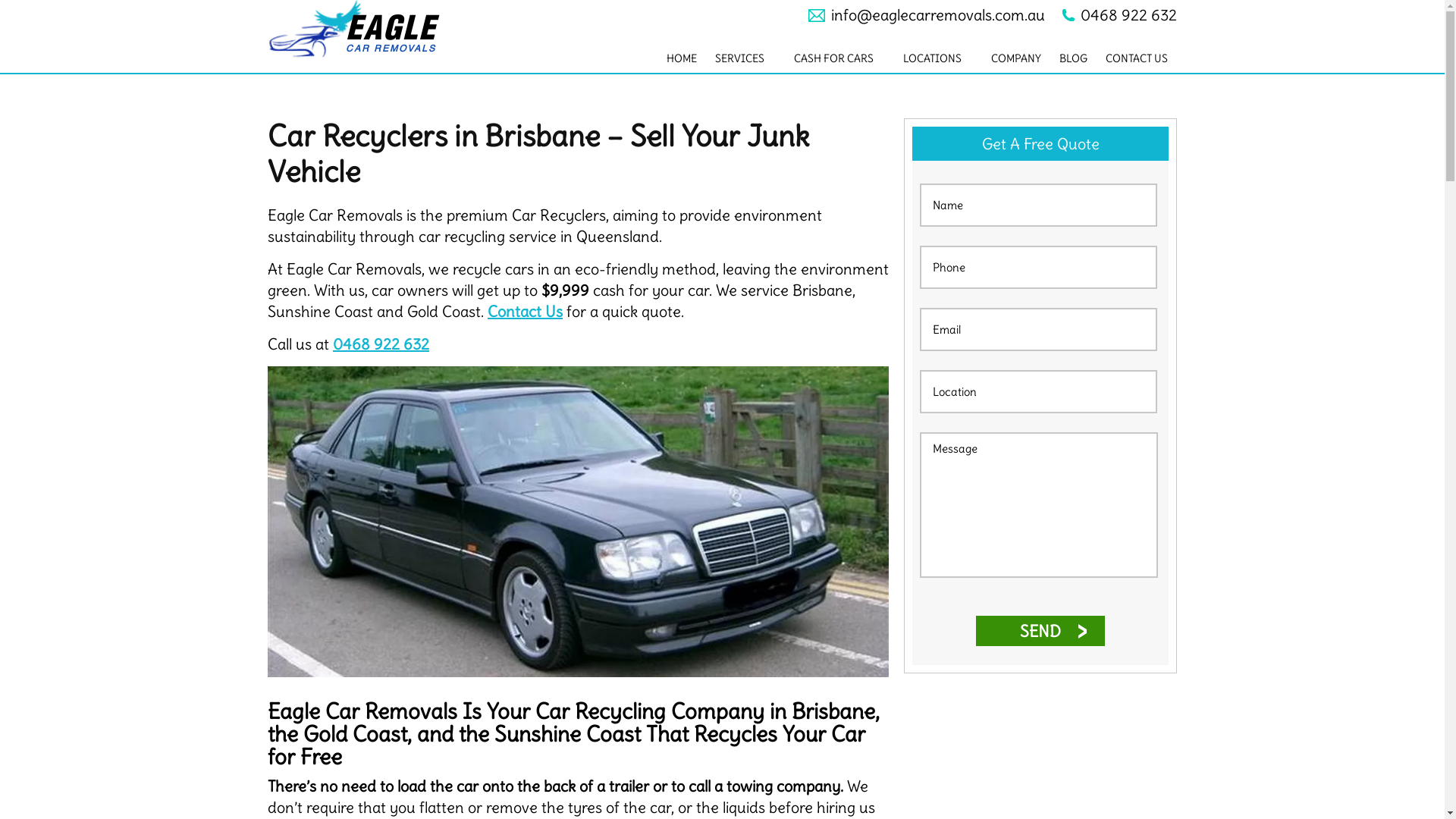 Image resolution: width=1456 pixels, height=819 pixels. What do you see at coordinates (680, 58) in the screenshot?
I see `'HOME'` at bounding box center [680, 58].